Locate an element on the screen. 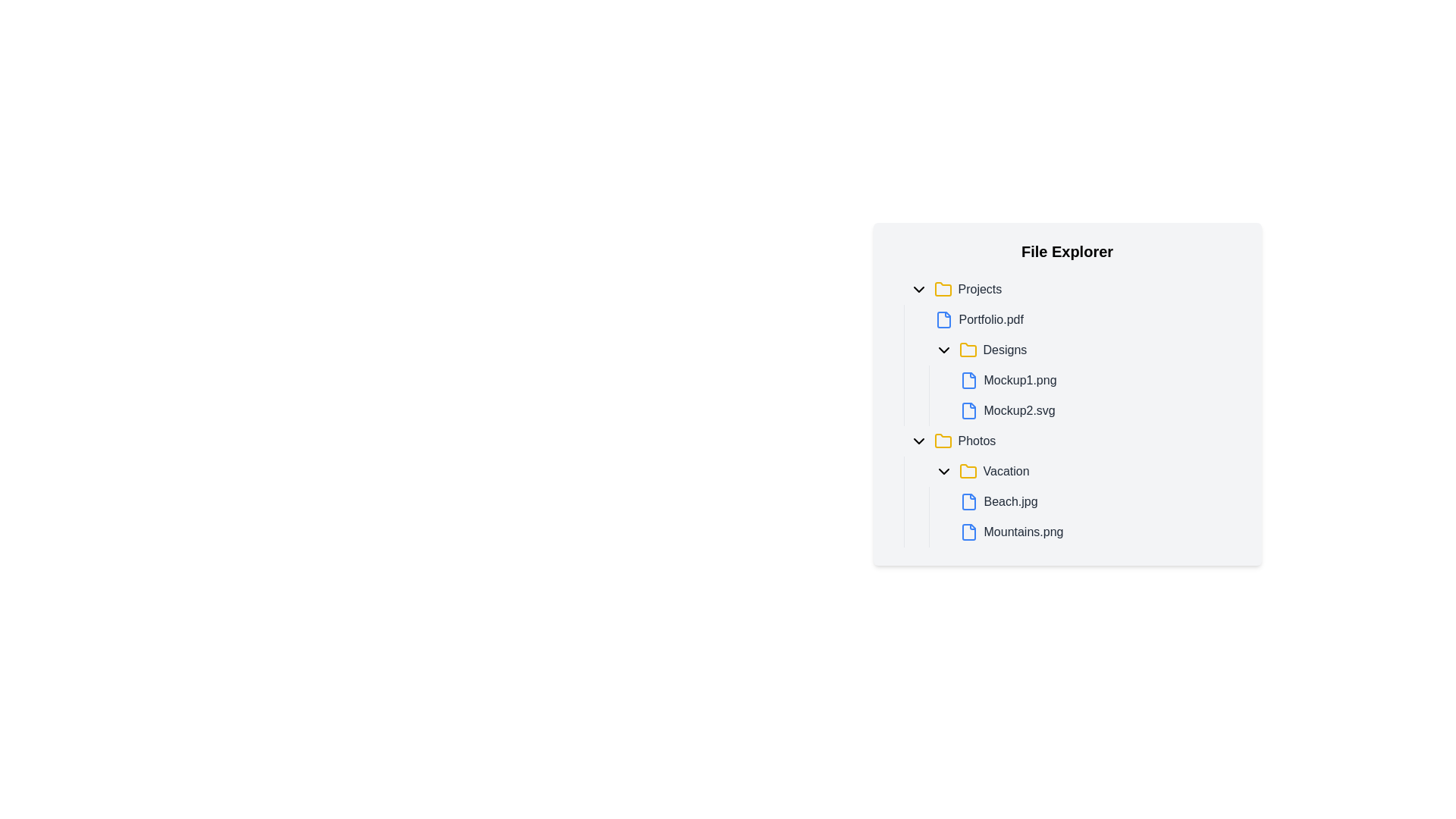 The image size is (1456, 819). the 'Photos' folder entry in the file explorer is located at coordinates (1072, 441).